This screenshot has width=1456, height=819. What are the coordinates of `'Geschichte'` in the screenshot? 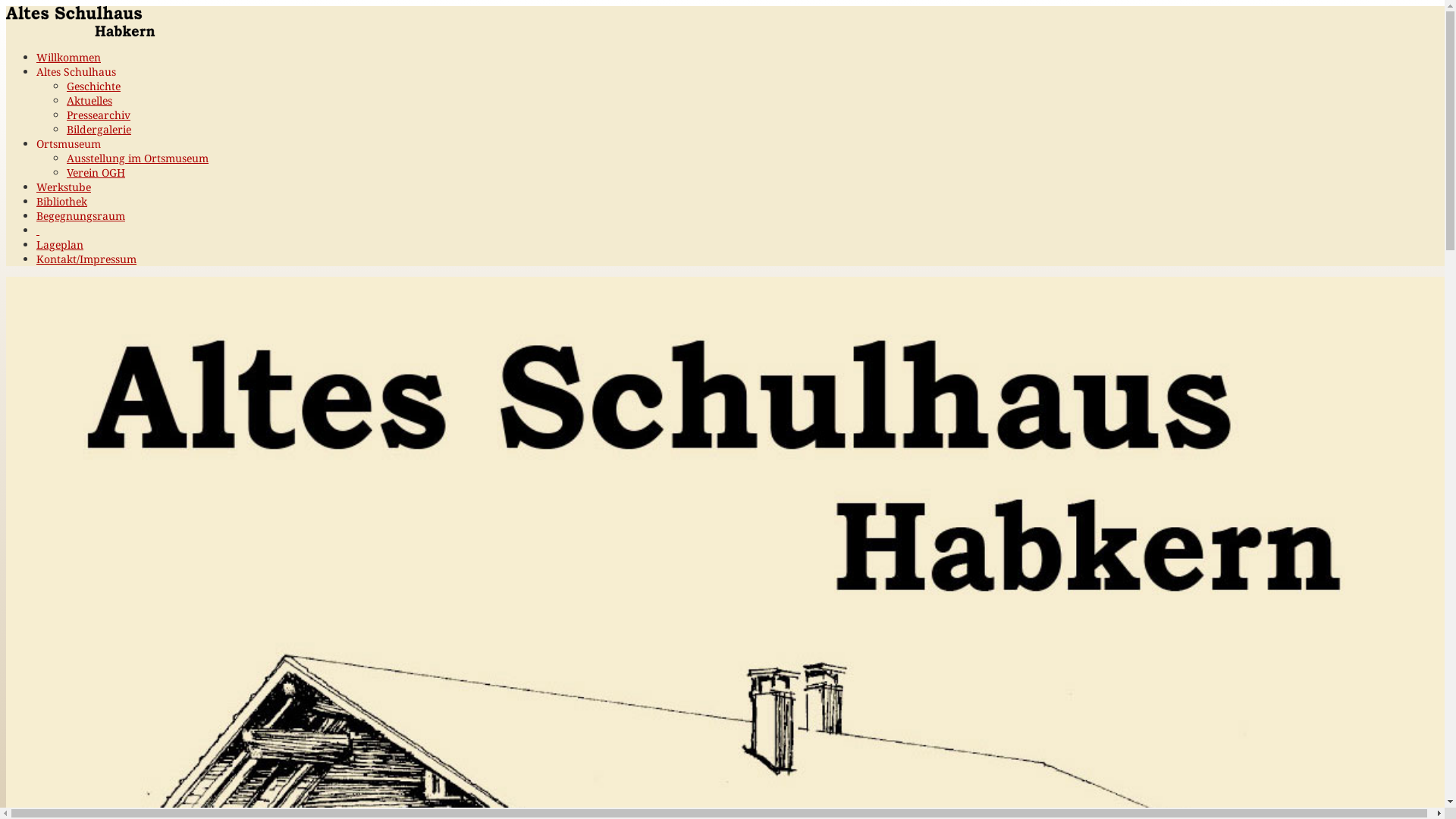 It's located at (93, 86).